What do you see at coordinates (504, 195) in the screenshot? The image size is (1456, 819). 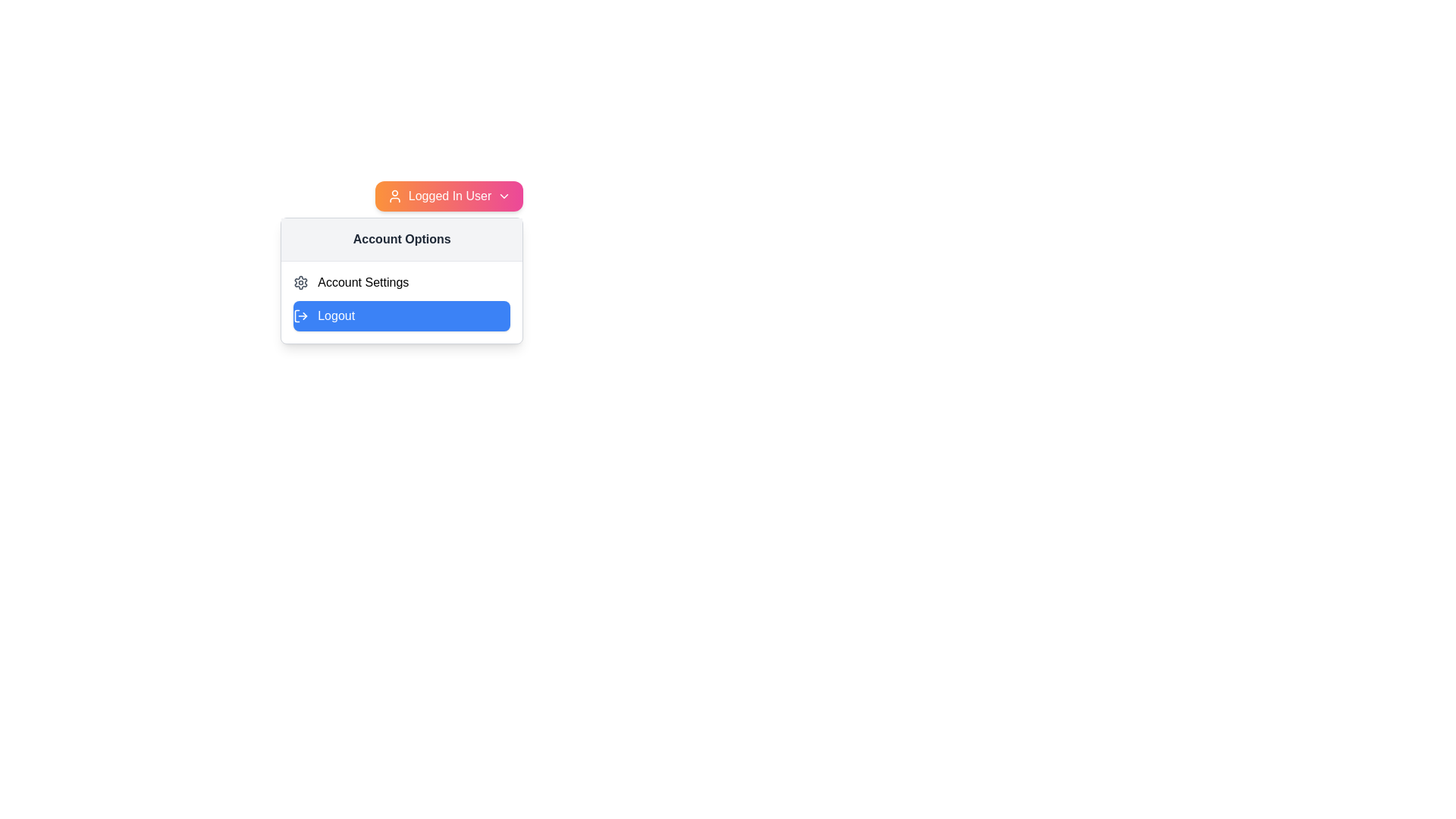 I see `the Dropdown Indicator Icon associated with the 'Logged In User' button` at bounding box center [504, 195].